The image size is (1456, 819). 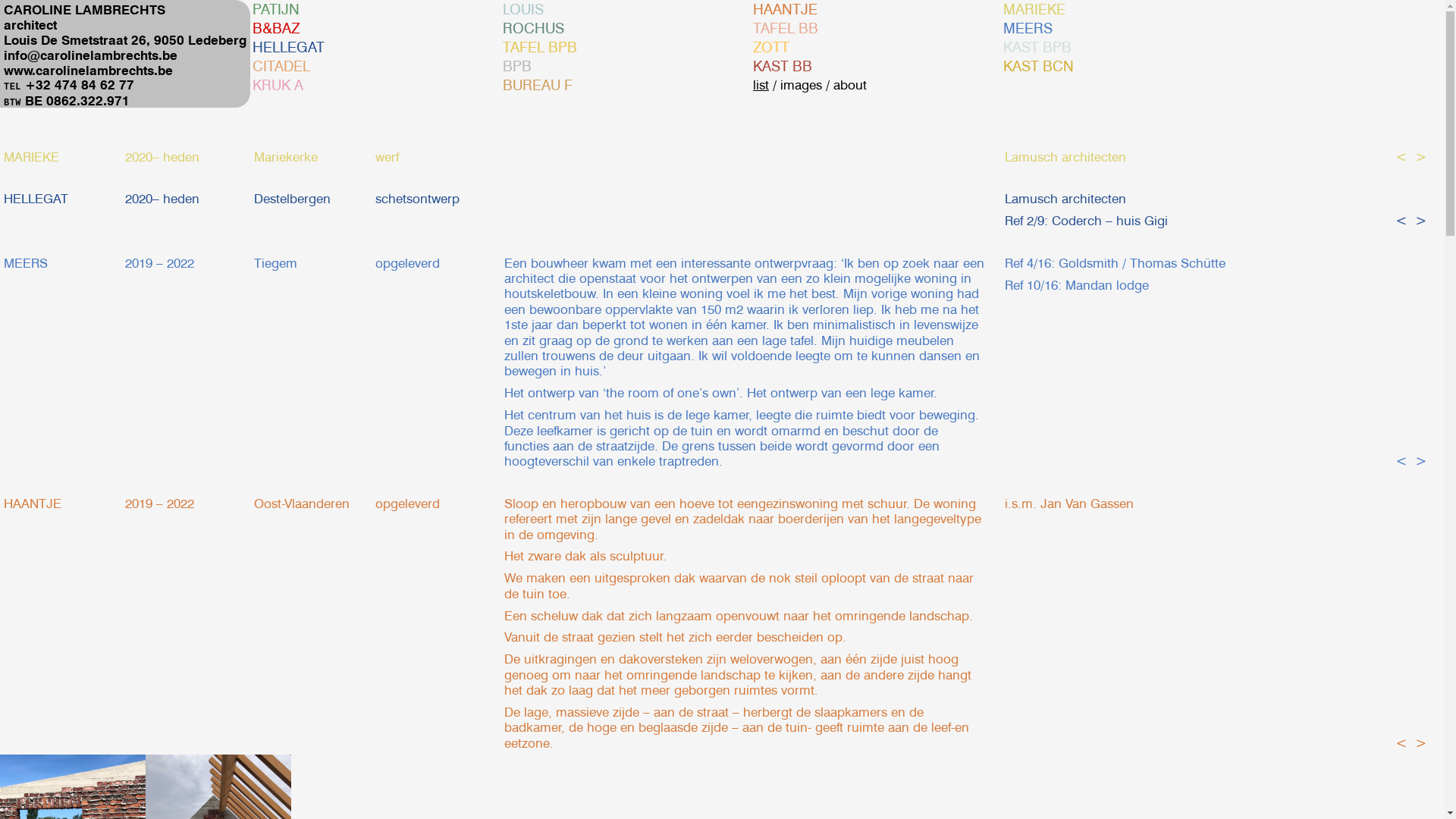 What do you see at coordinates (761, 84) in the screenshot?
I see `'list'` at bounding box center [761, 84].